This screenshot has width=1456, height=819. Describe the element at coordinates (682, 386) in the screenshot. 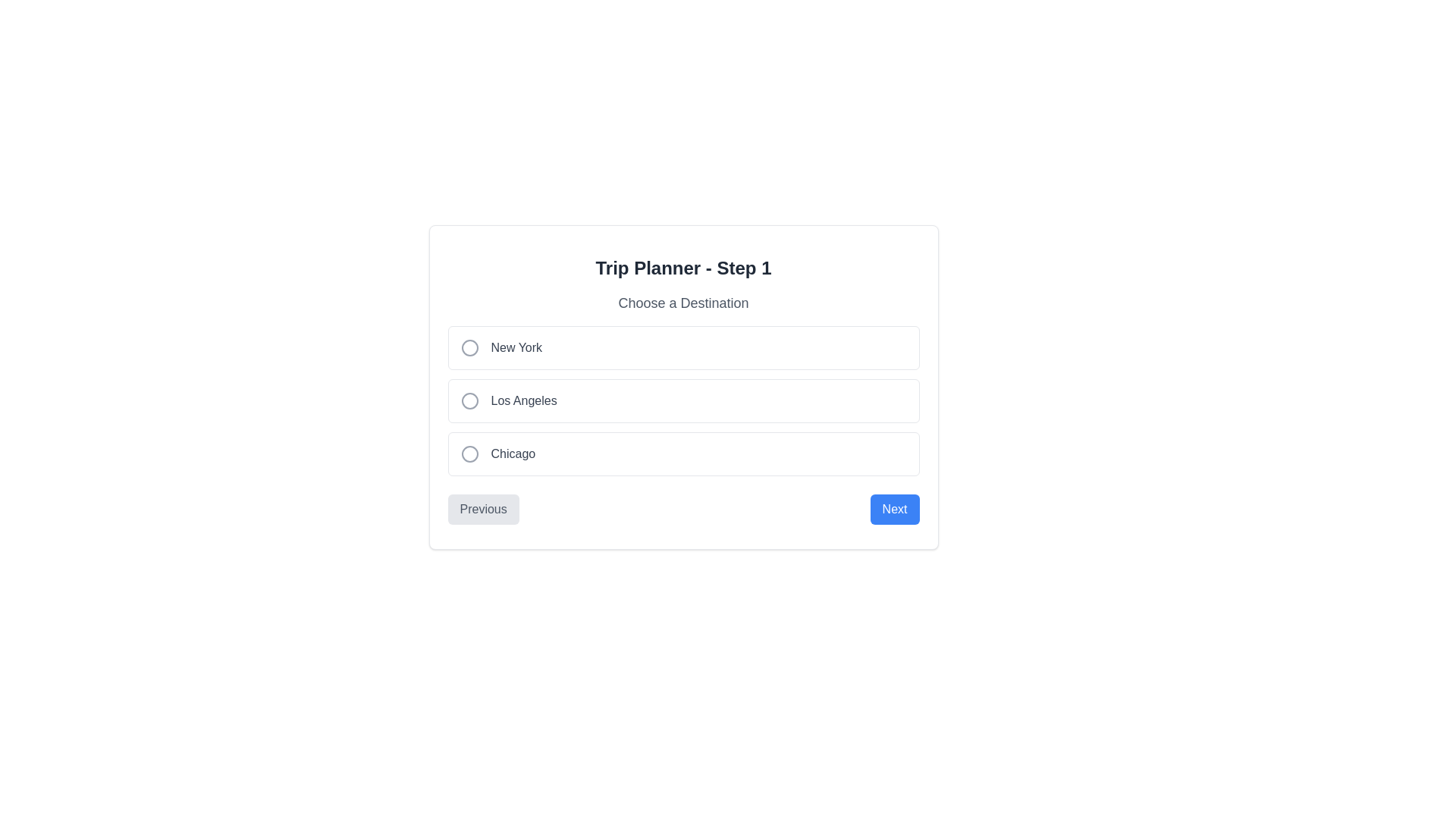

I see `the 'Los Angeles' radio button option` at that location.